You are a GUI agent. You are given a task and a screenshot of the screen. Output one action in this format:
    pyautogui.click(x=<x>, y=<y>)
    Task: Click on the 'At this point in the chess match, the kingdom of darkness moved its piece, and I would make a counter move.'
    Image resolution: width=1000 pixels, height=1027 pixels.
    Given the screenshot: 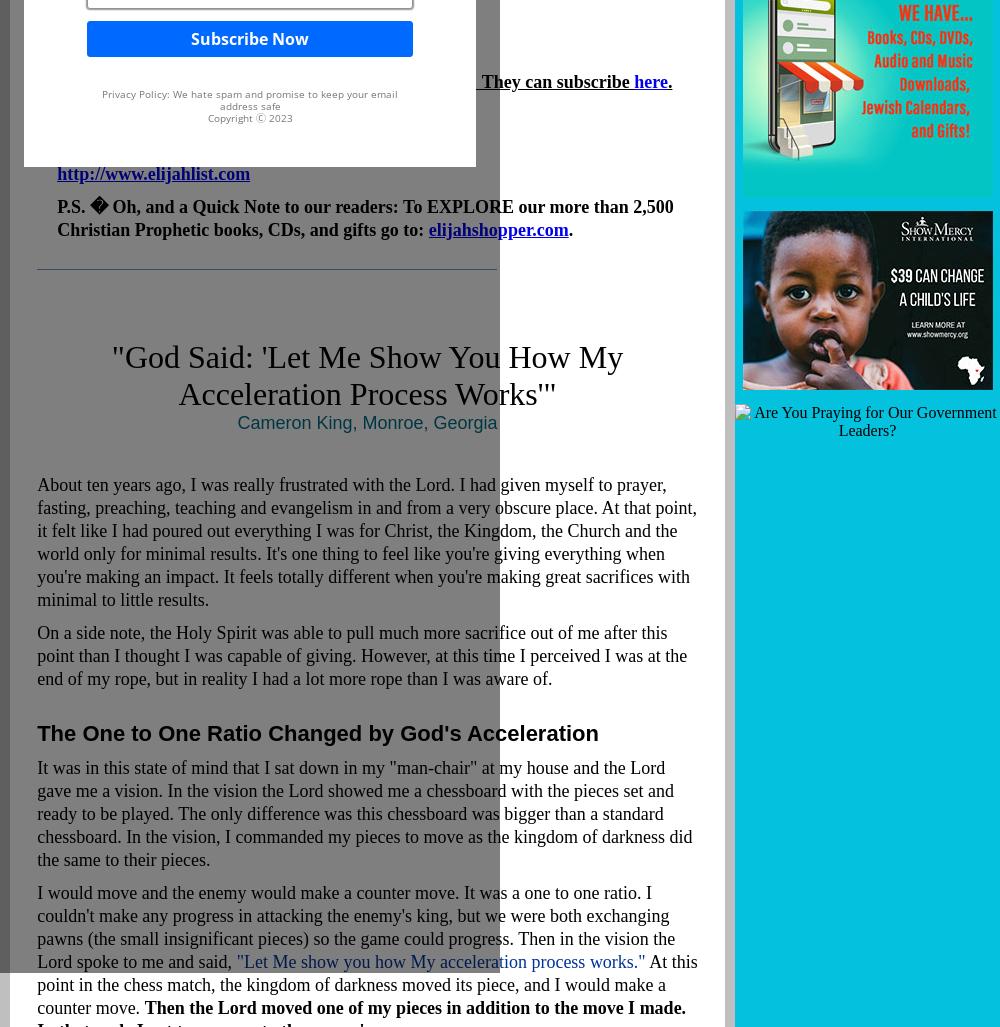 What is the action you would take?
    pyautogui.click(x=366, y=983)
    